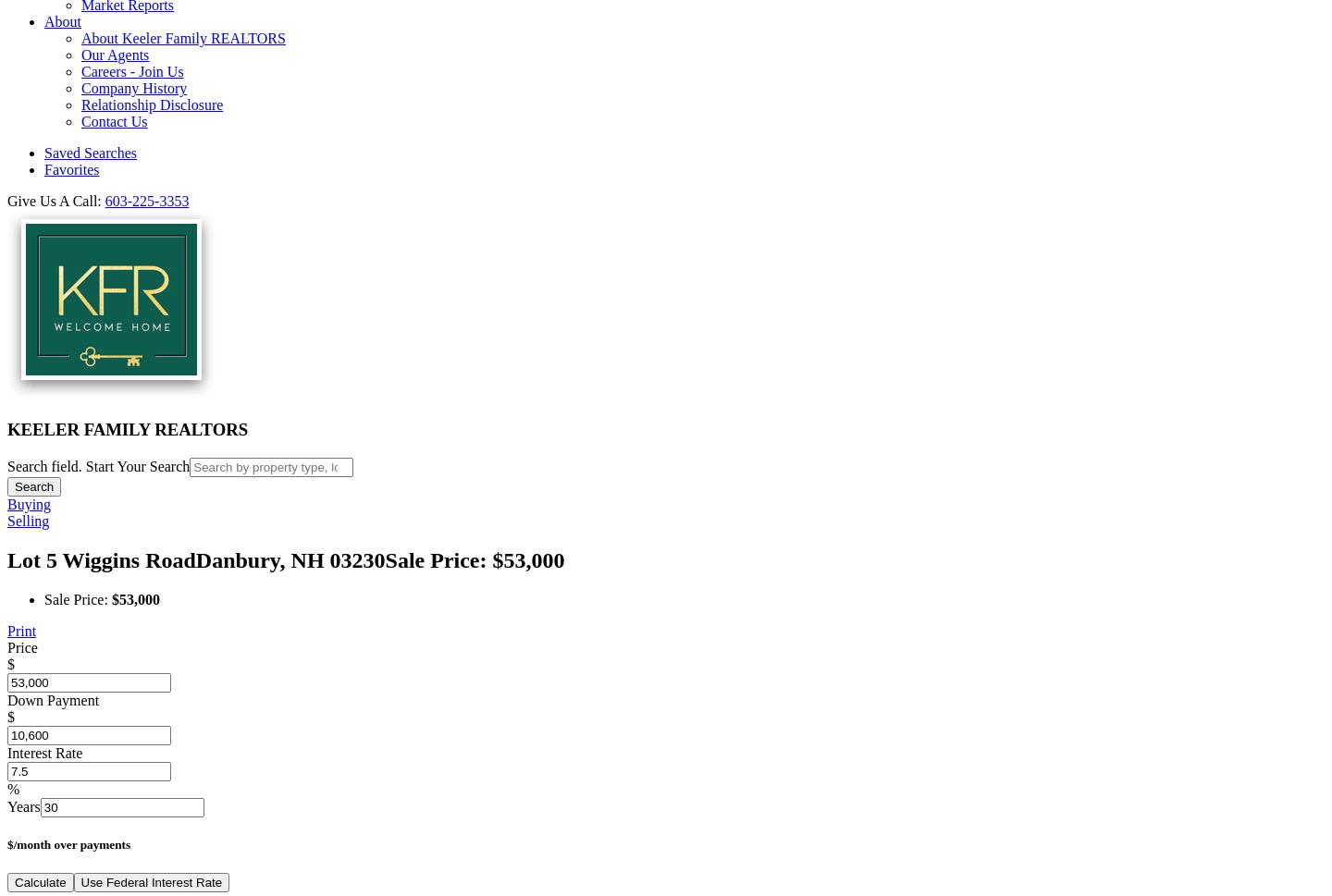 The image size is (1332, 896). Describe the element at coordinates (33, 485) in the screenshot. I see `'Search'` at that location.